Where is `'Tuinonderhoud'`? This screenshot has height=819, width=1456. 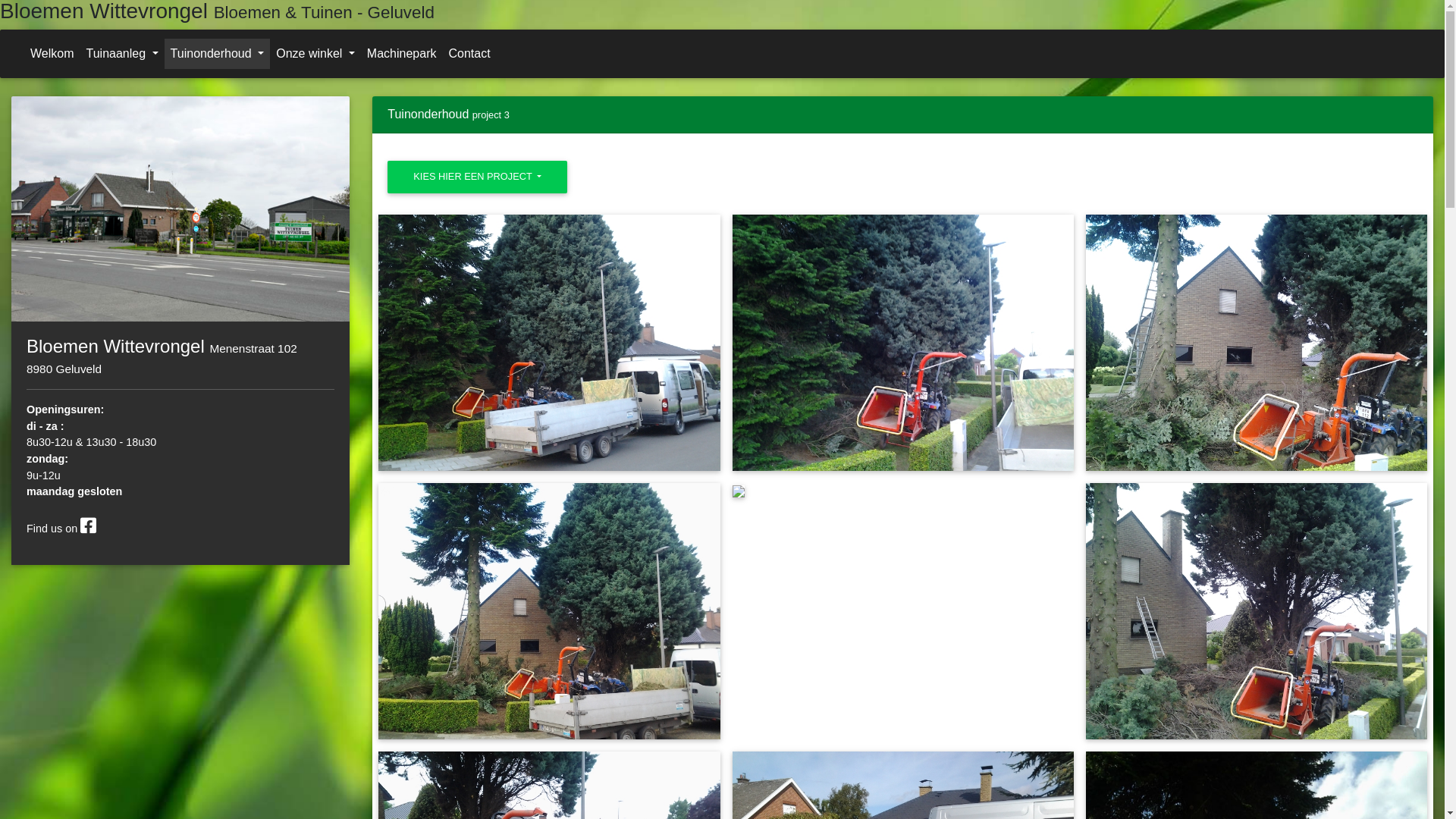
'Tuinonderhoud' is located at coordinates (217, 52).